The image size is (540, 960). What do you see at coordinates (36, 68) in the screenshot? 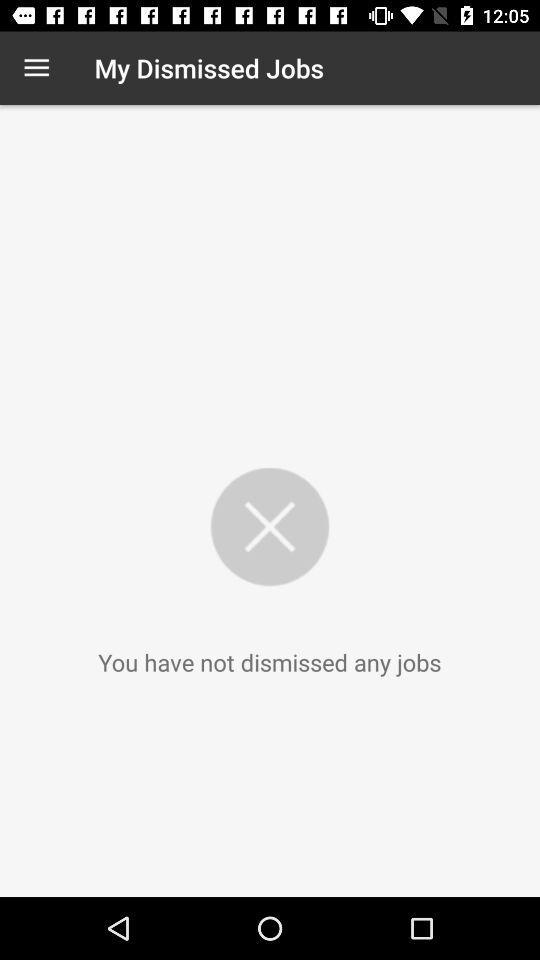
I see `item to the left of the my dismissed jobs` at bounding box center [36, 68].